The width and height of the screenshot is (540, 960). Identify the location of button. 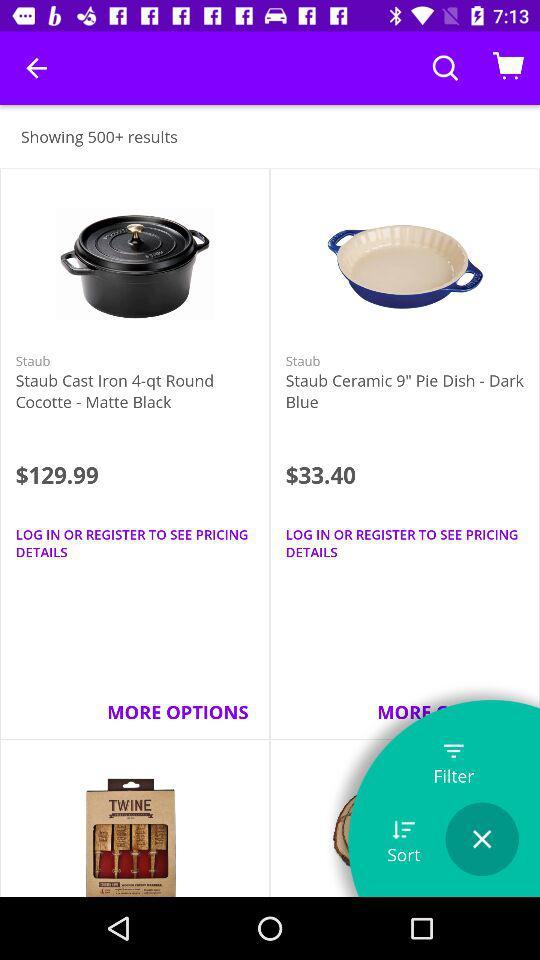
(481, 839).